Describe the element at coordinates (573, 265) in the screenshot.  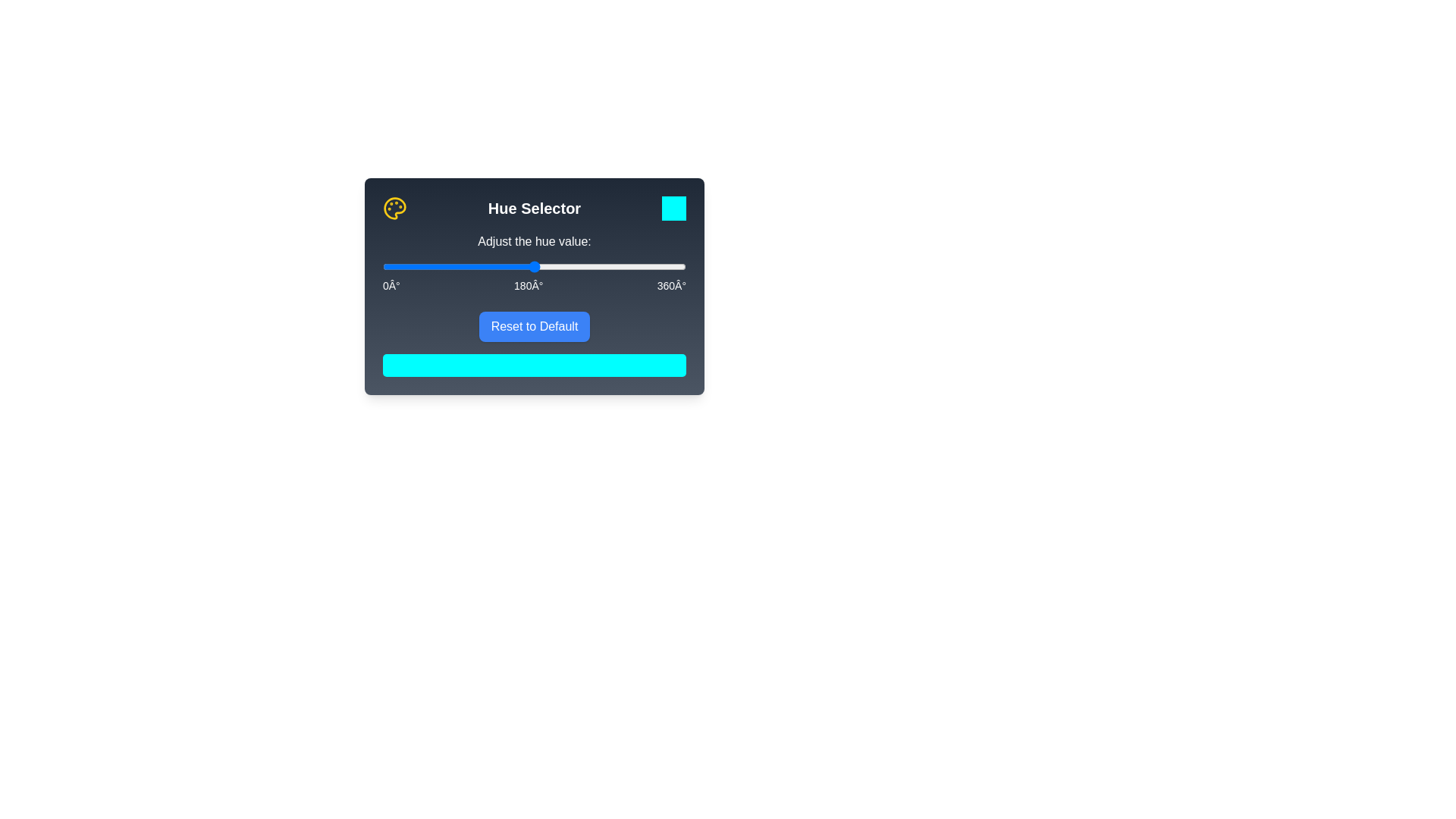
I see `the hue slider to 226°` at that location.